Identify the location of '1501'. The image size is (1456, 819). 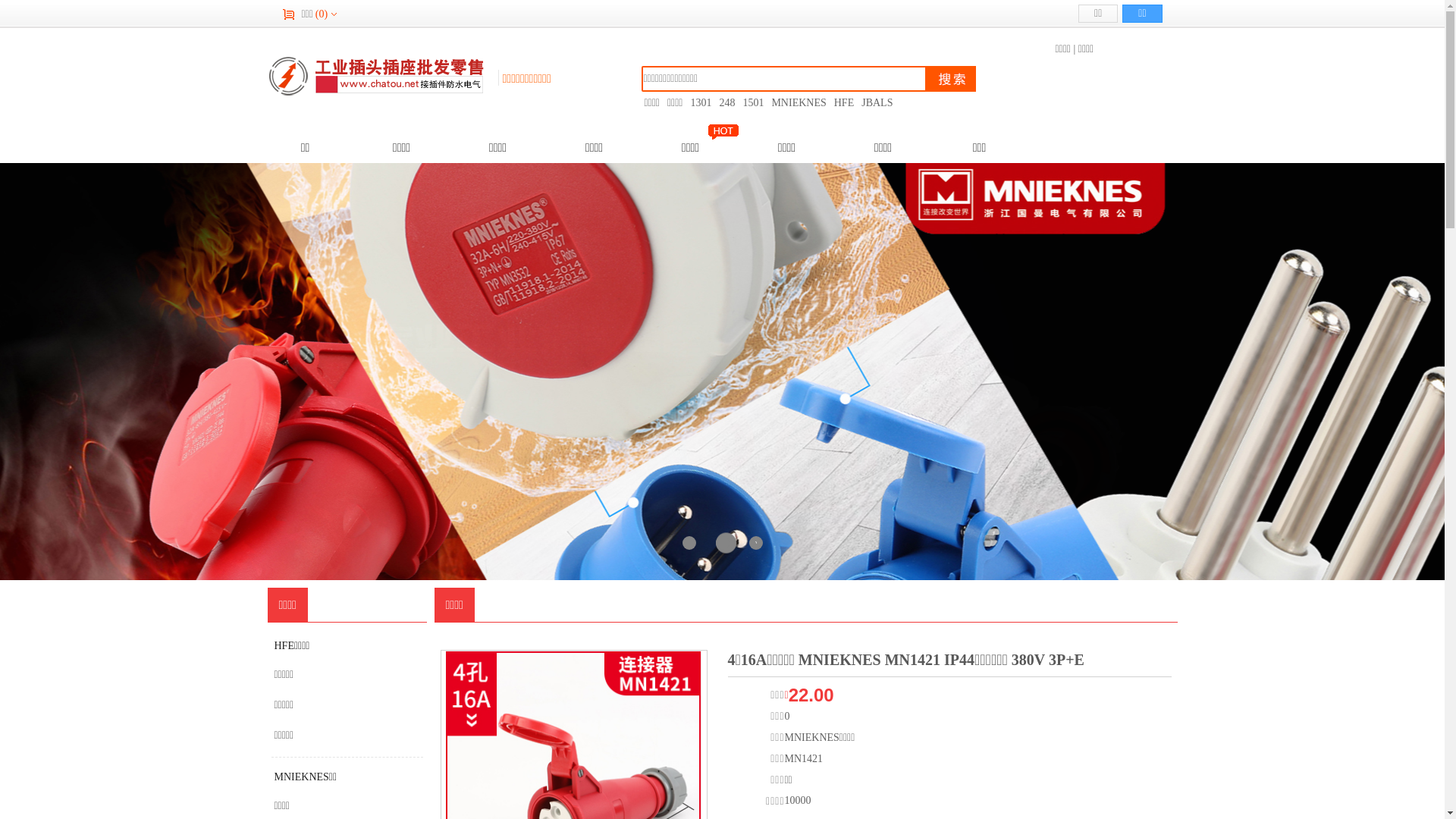
(753, 102).